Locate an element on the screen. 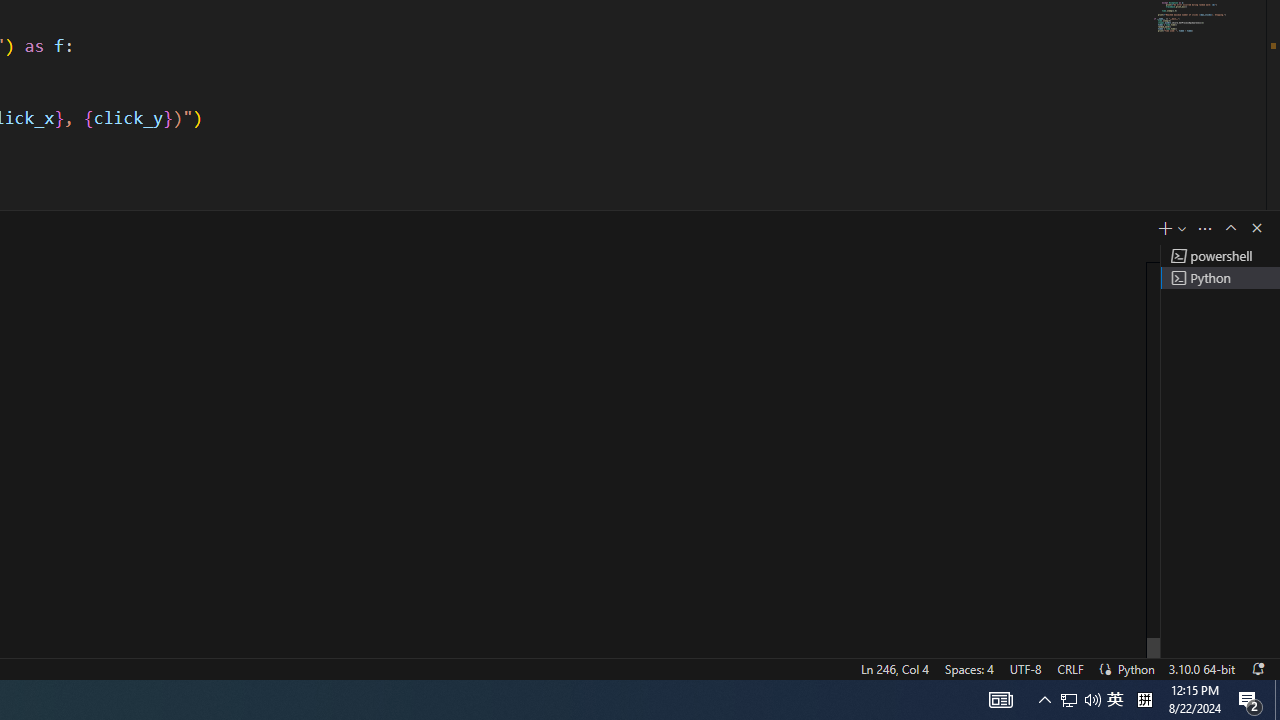 The height and width of the screenshot is (720, 1280). 'Spaces: 4' is located at coordinates (968, 668).